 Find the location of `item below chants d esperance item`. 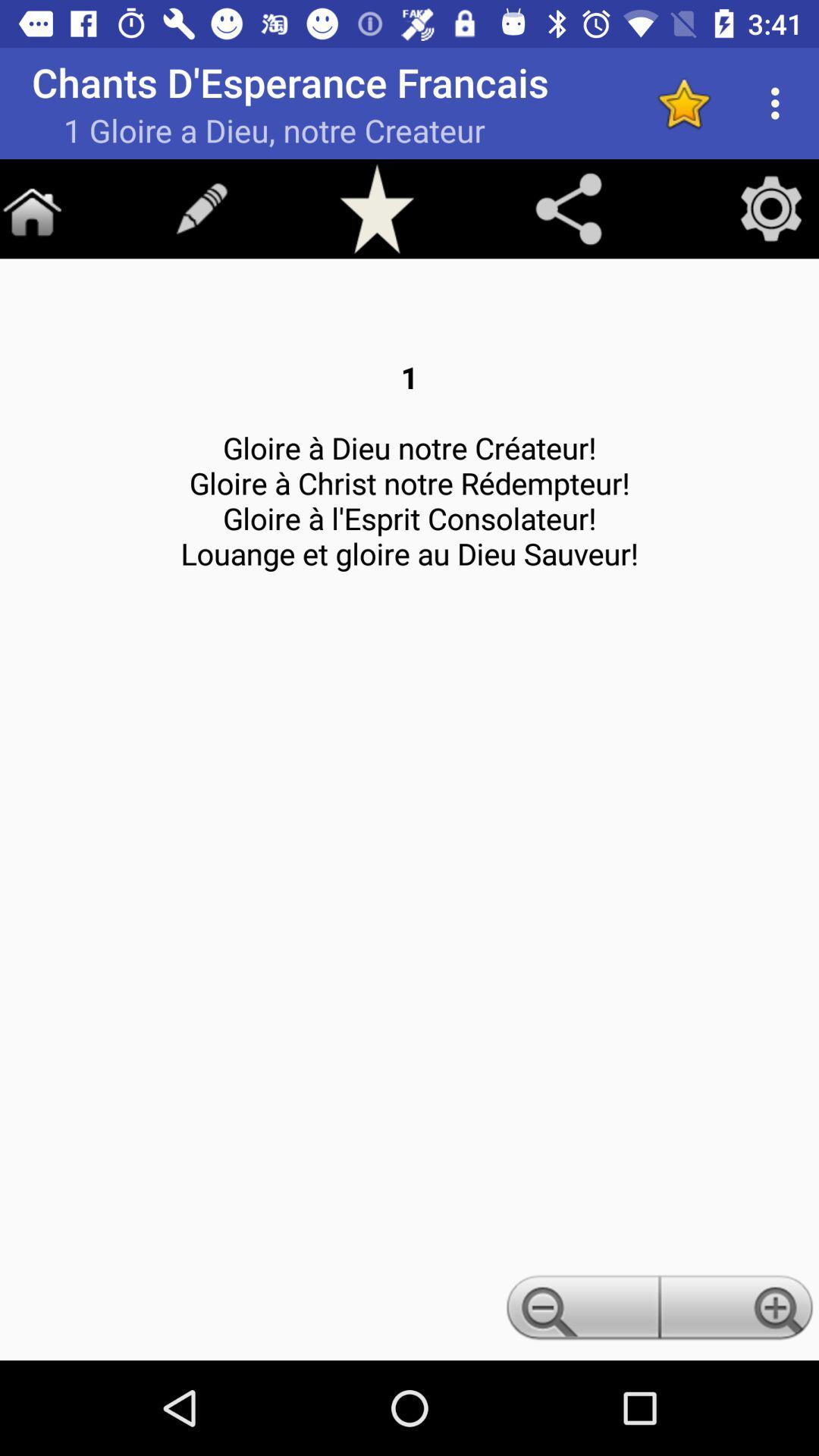

item below chants d esperance item is located at coordinates (568, 208).